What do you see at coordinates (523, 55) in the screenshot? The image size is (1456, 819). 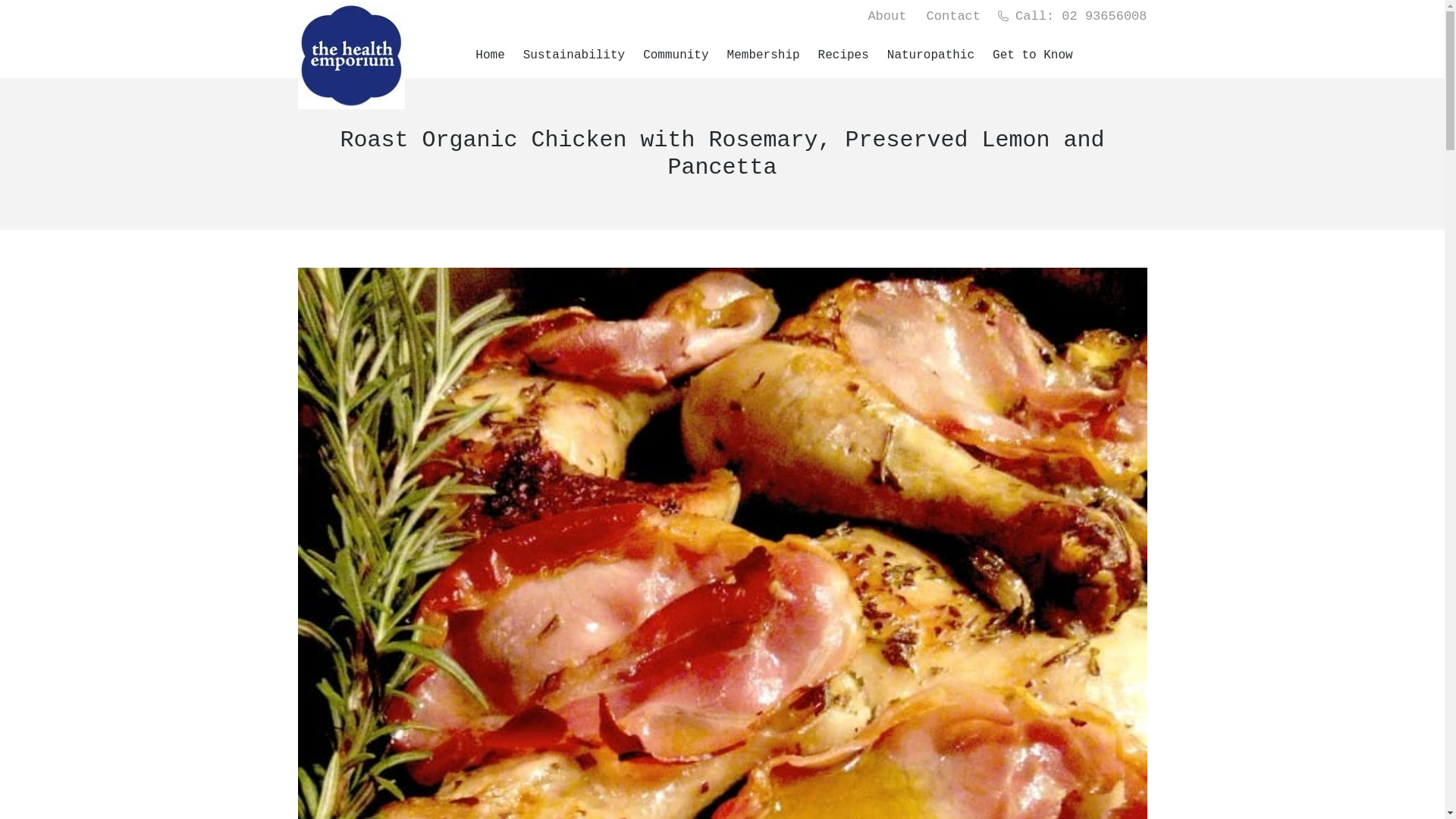 I see `'Sustainability'` at bounding box center [523, 55].